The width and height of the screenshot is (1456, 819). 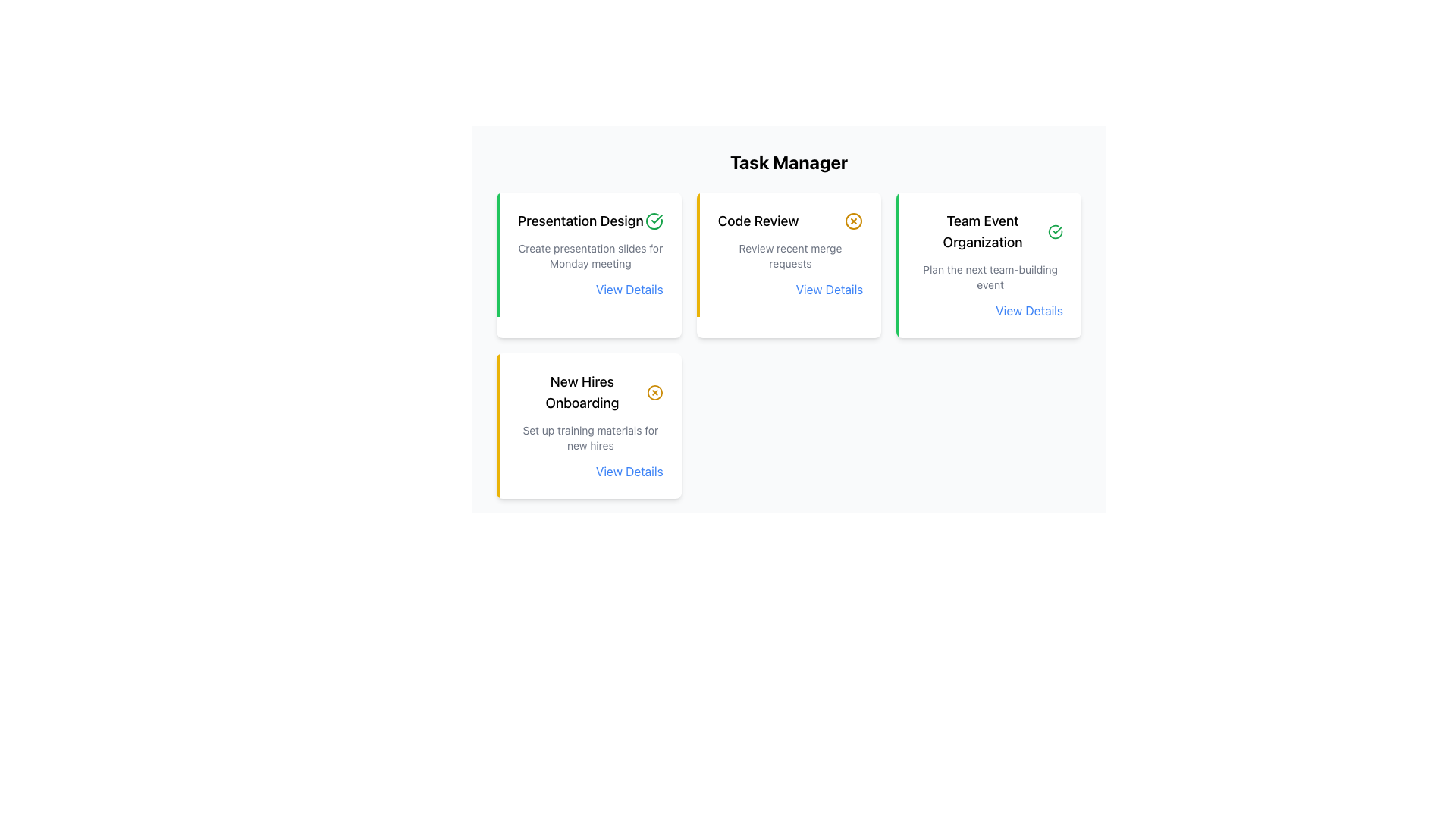 What do you see at coordinates (789, 162) in the screenshot?
I see `the 'Task Manager' title text located at the top central area of the interface` at bounding box center [789, 162].